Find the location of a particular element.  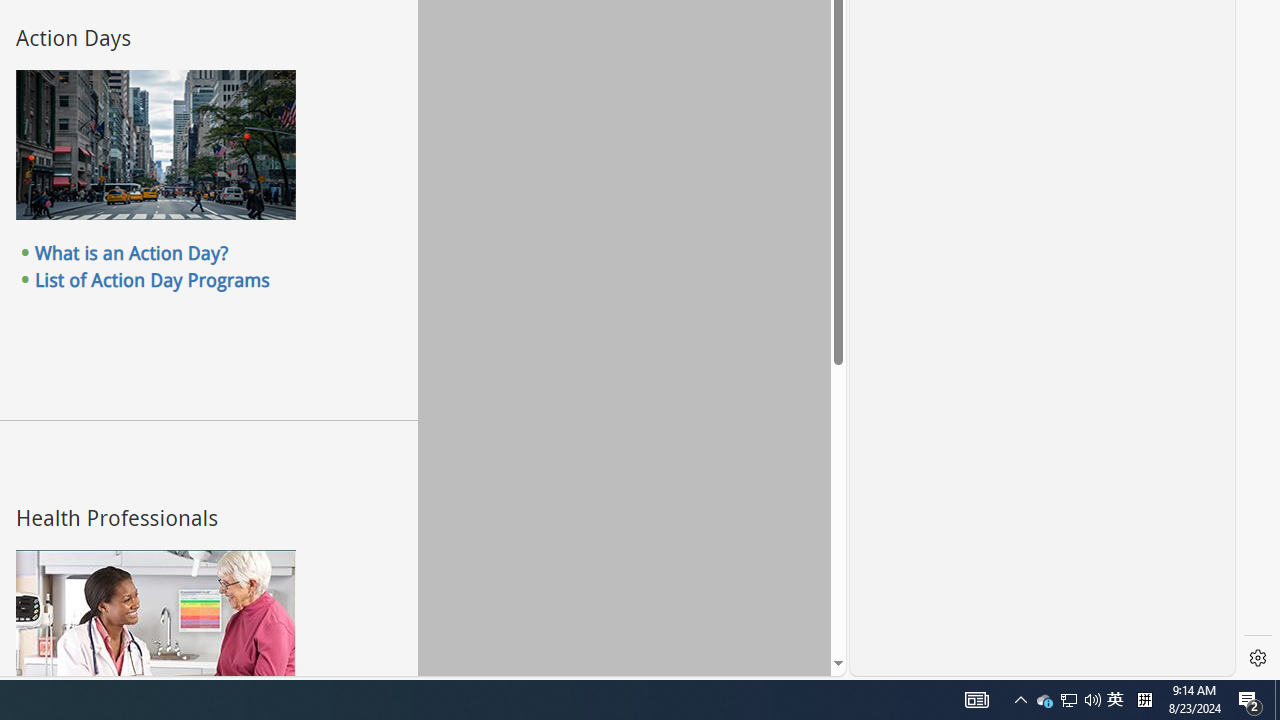

'Health Professionals' is located at coordinates (154, 622).